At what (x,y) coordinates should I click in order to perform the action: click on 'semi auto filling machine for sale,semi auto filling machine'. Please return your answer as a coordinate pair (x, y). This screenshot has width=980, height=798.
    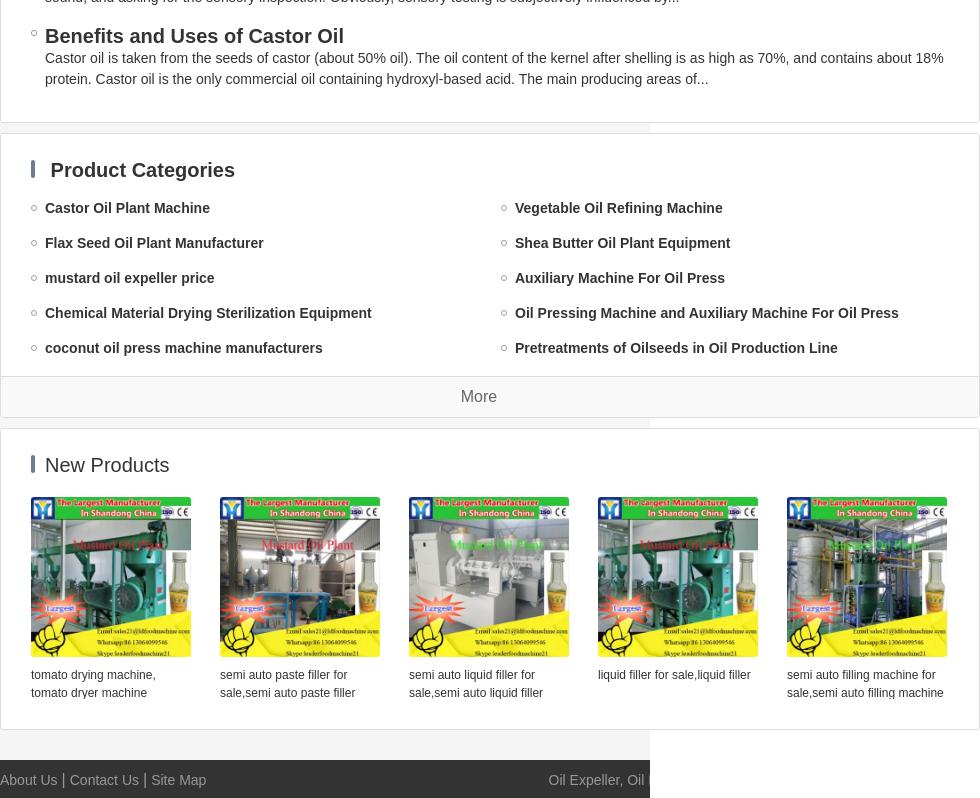
    Looking at the image, I should click on (865, 683).